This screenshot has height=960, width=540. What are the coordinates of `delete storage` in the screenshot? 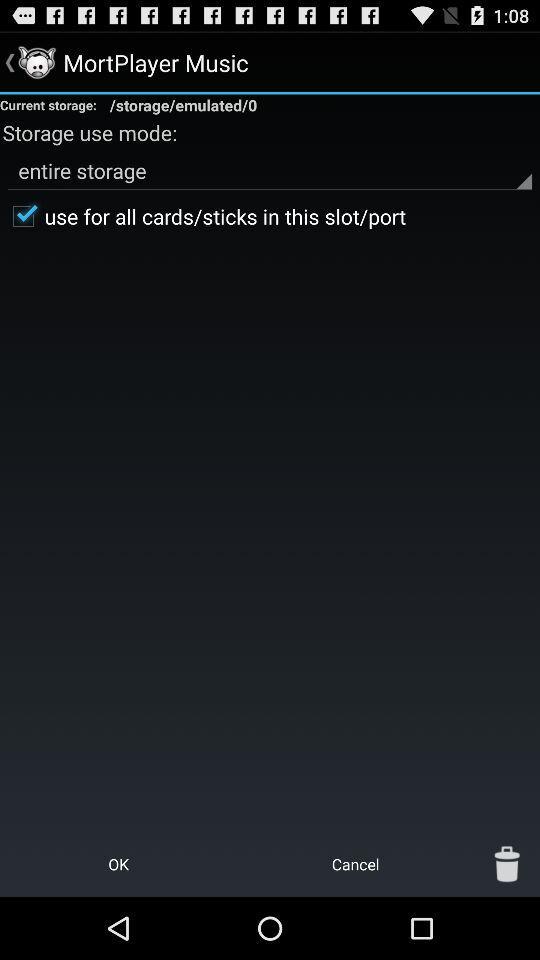 It's located at (507, 863).